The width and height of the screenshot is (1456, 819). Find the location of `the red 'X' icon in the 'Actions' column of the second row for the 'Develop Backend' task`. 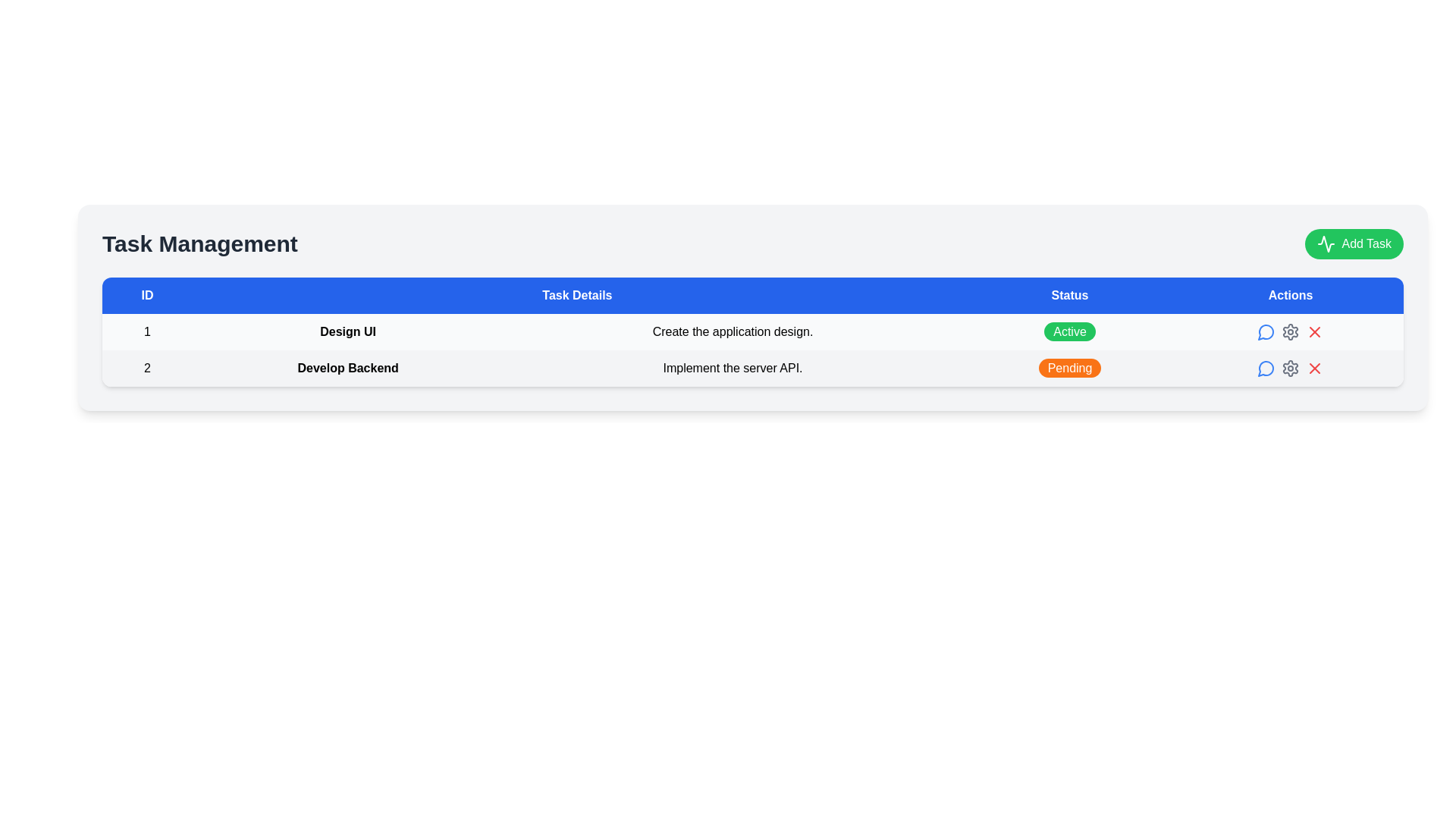

the red 'X' icon in the 'Actions' column of the second row for the 'Develop Backend' task is located at coordinates (1314, 331).